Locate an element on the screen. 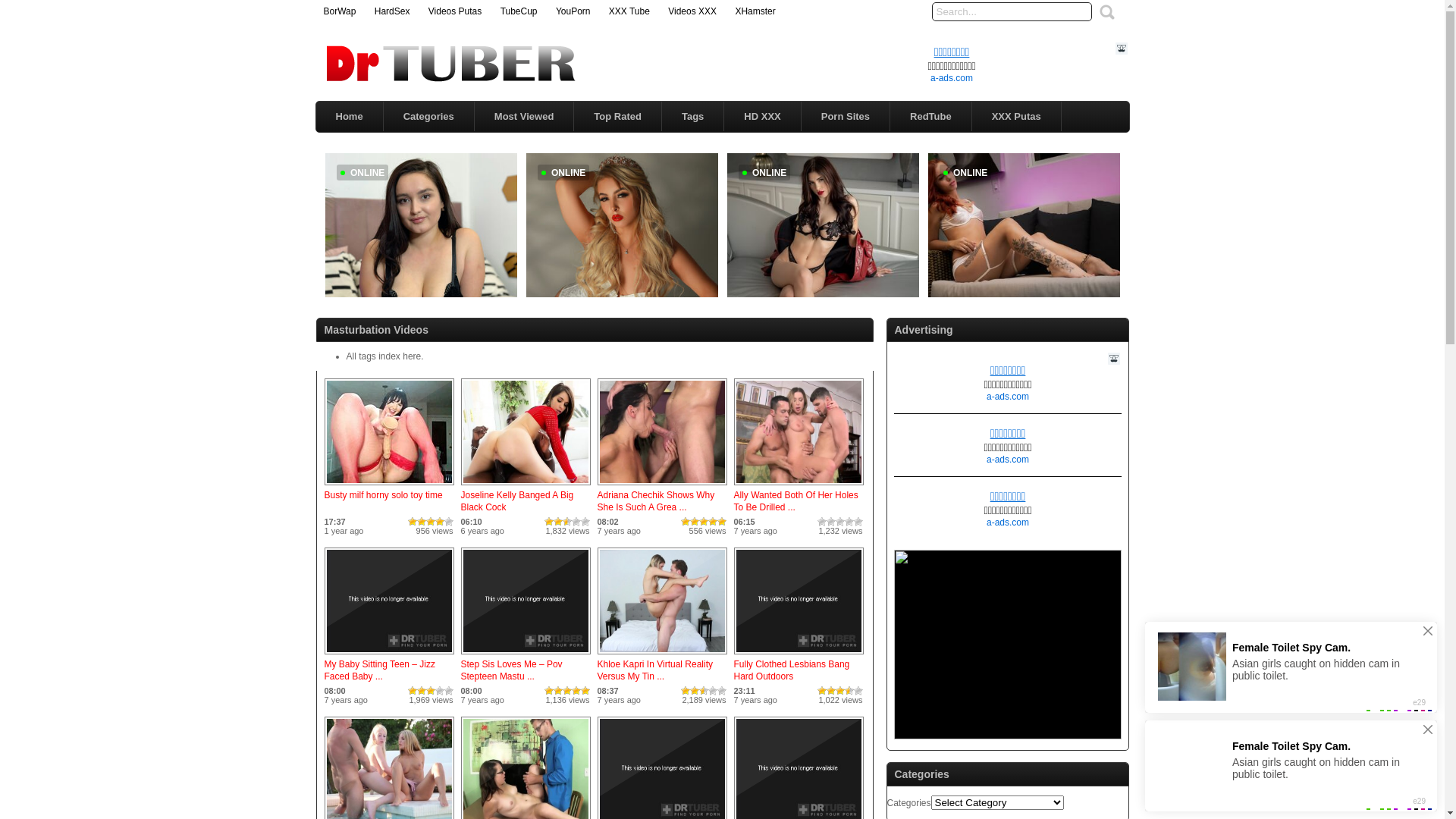 This screenshot has width=1456, height=819. 'Home' is located at coordinates (348, 115).